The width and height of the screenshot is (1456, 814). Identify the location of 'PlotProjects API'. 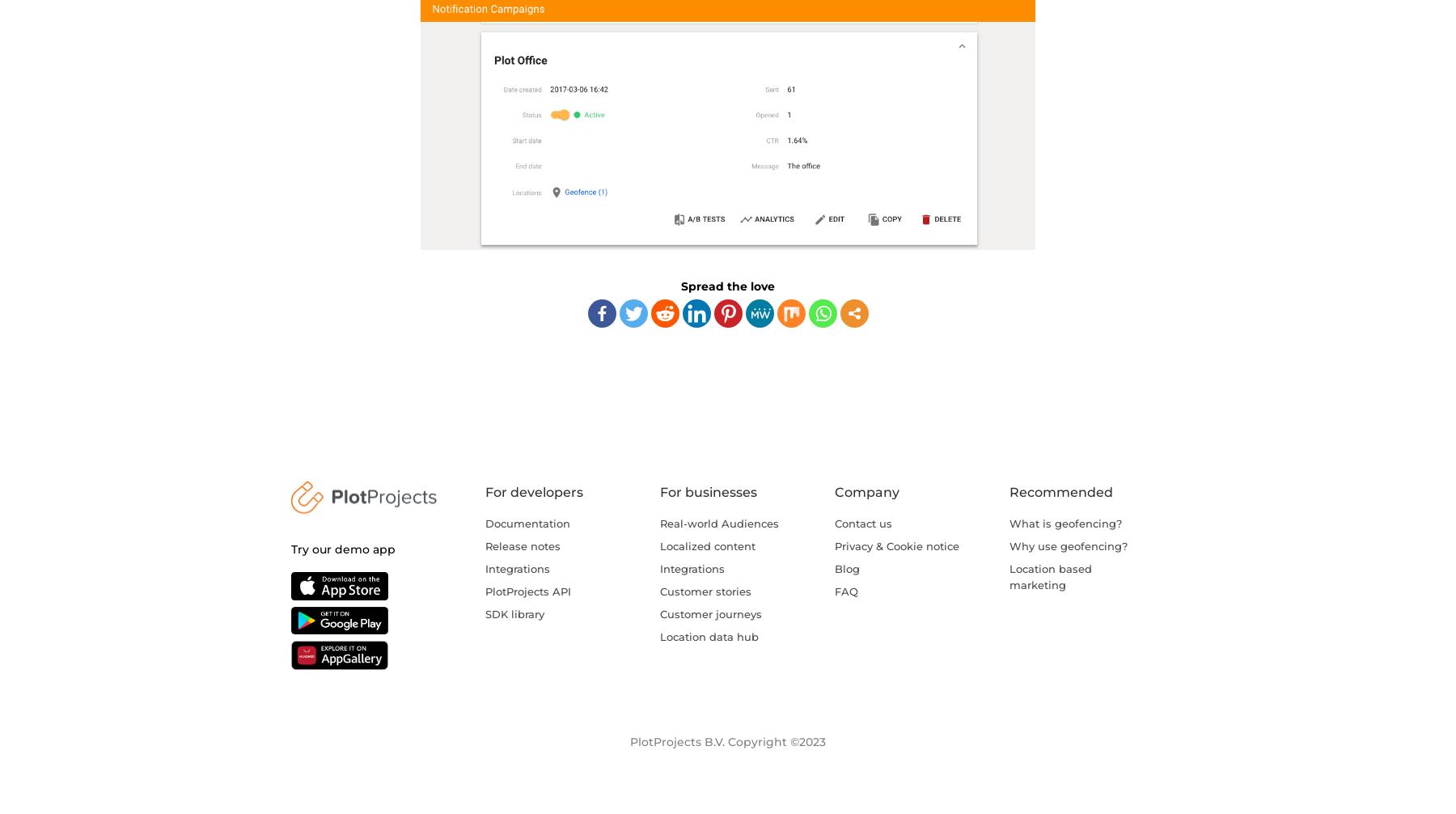
(528, 590).